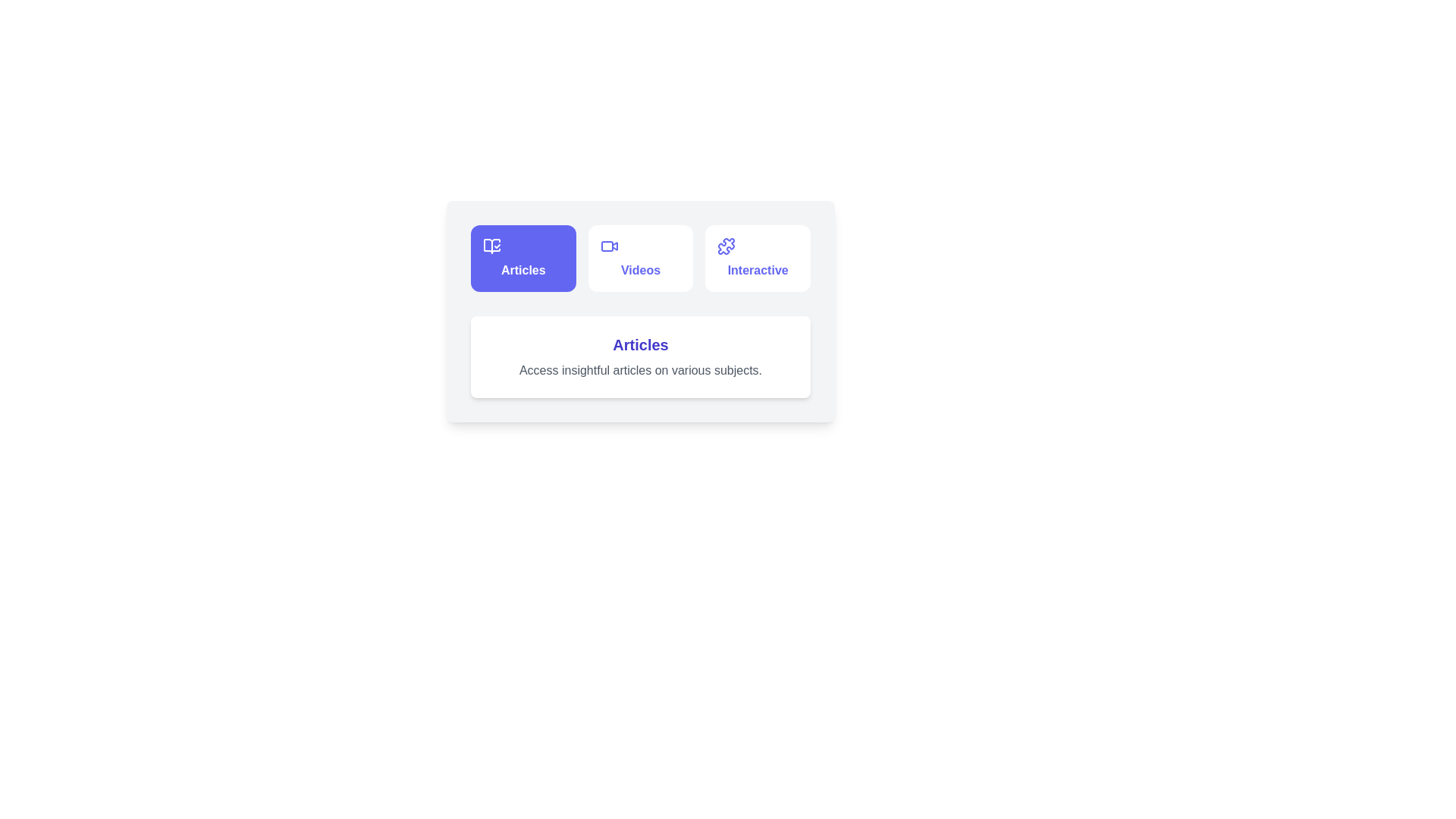 The image size is (1456, 819). I want to click on the Interactive tab to view its content, so click(758, 257).